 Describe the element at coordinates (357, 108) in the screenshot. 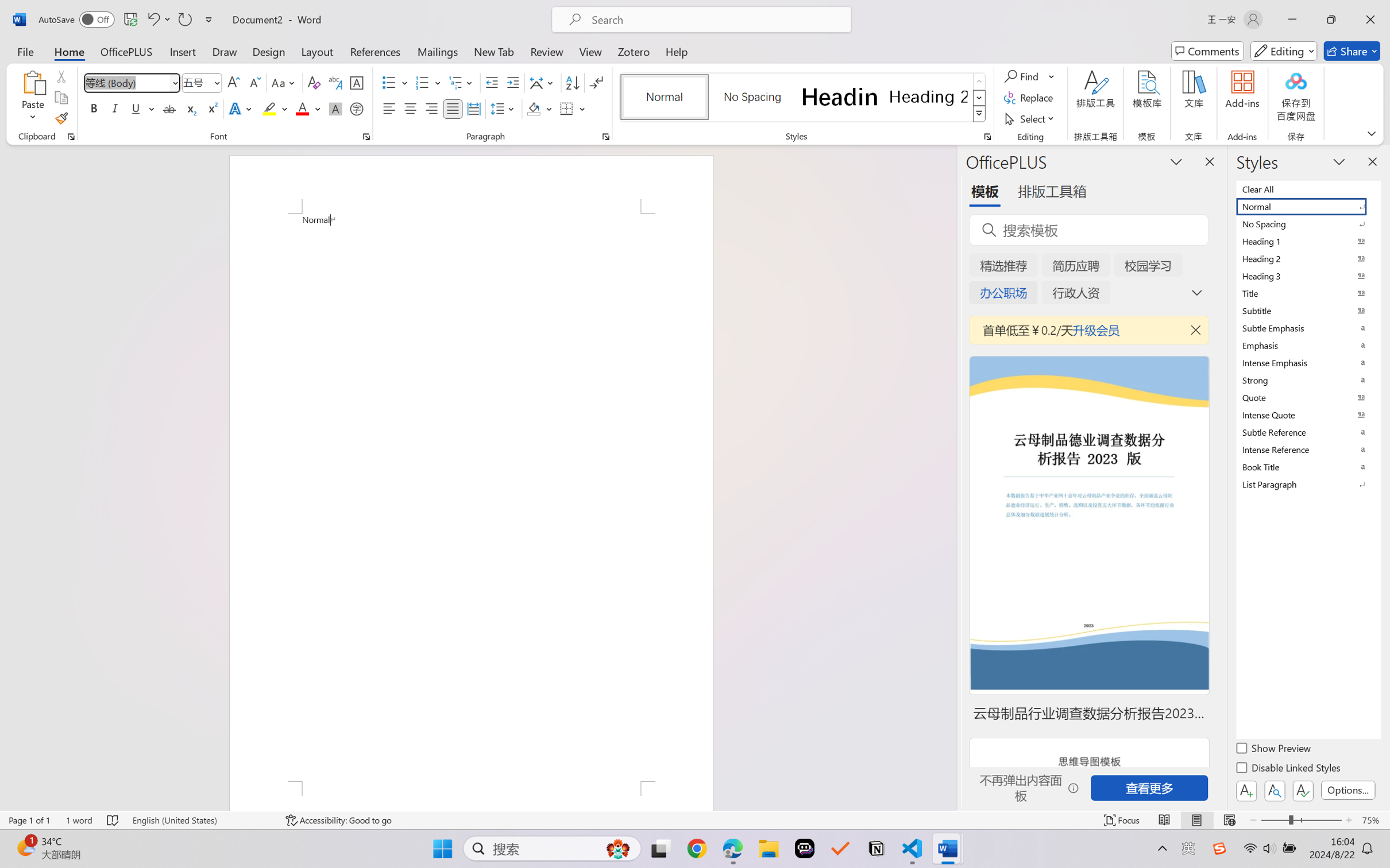

I see `'Enclose Characters...'` at that location.